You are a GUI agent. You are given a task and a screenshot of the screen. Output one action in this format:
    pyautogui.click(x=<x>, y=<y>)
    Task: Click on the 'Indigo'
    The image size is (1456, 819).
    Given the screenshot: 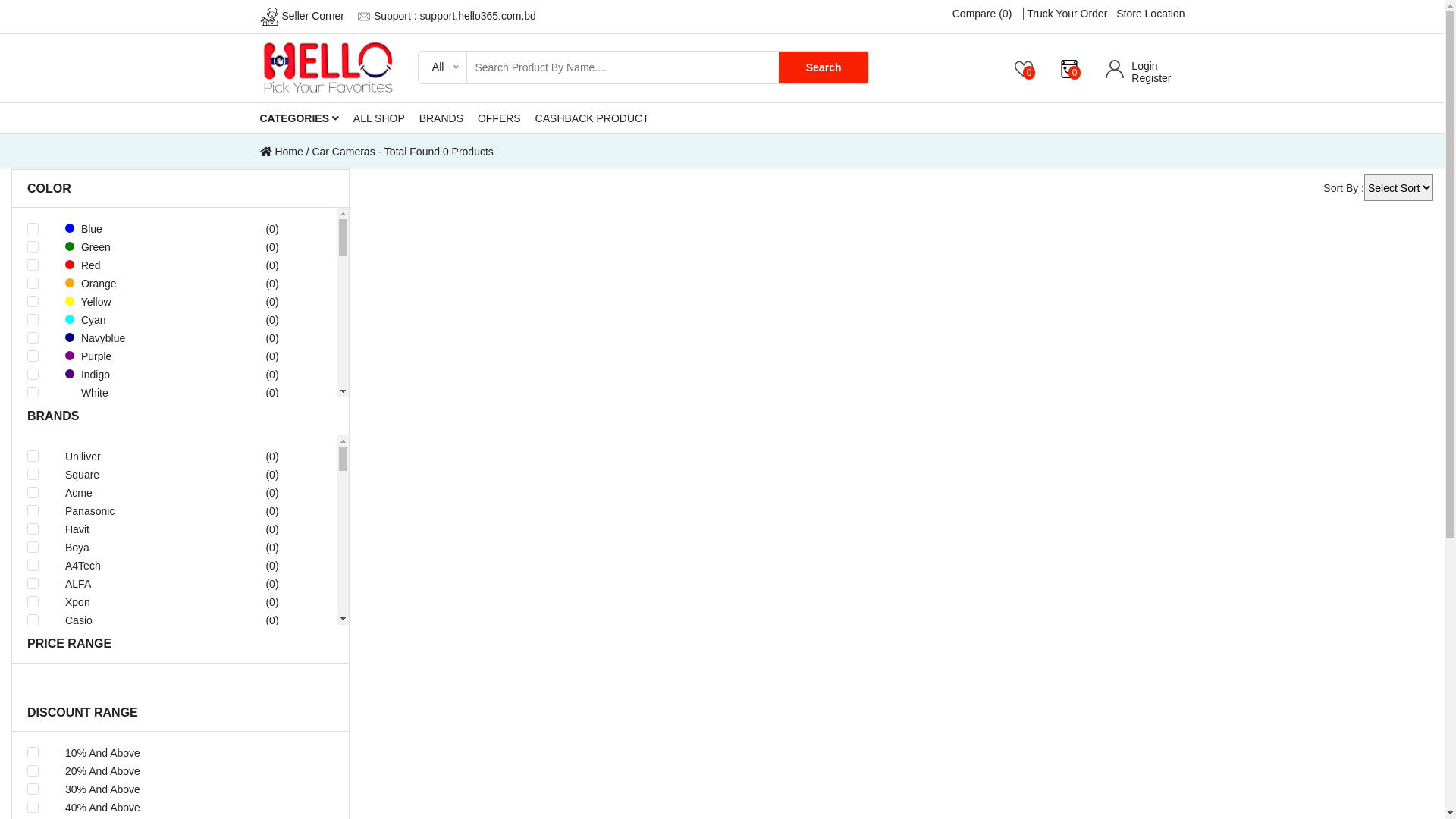 What is the action you would take?
    pyautogui.click(x=134, y=374)
    